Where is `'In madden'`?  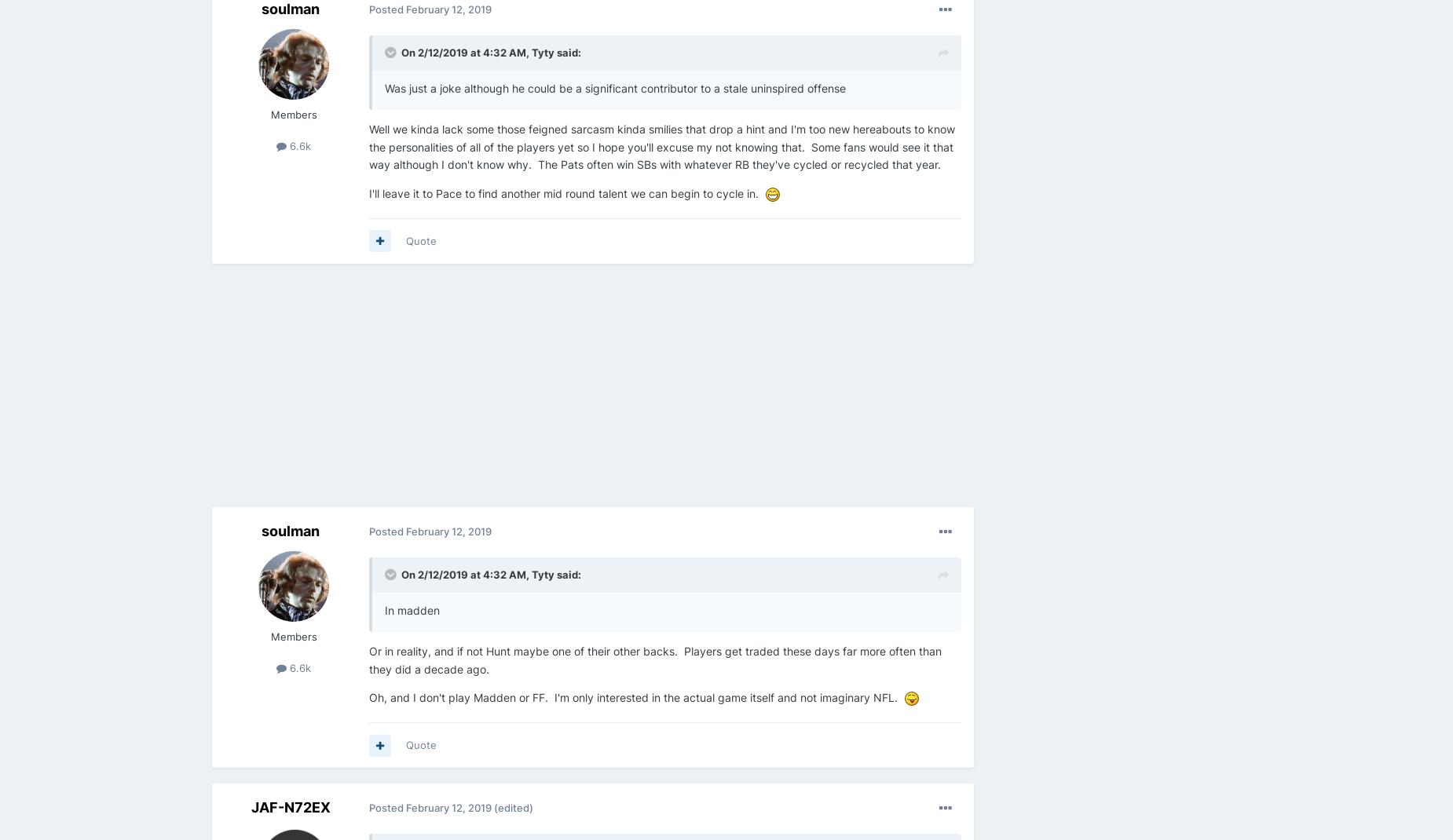 'In madden' is located at coordinates (414, 608).